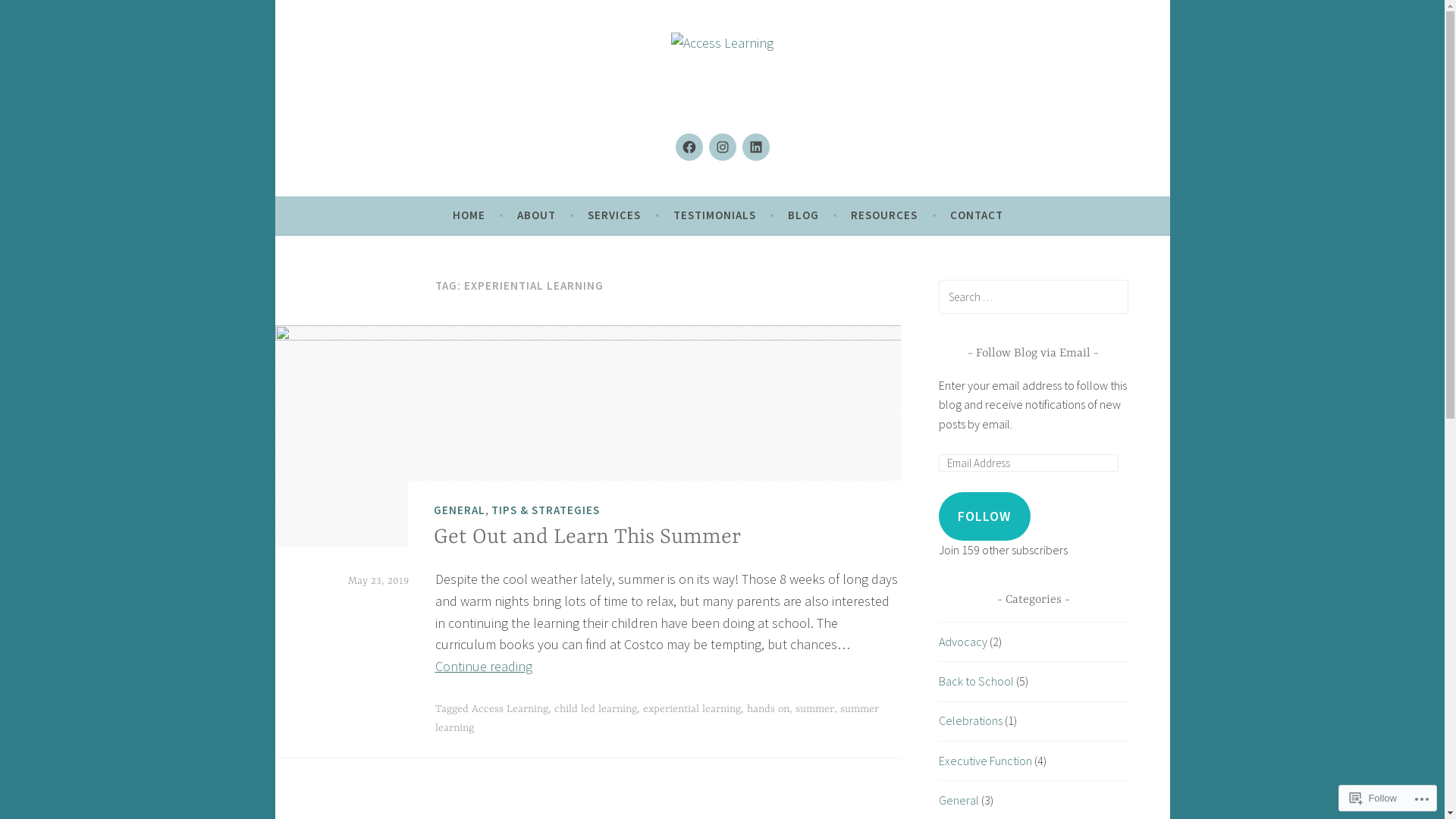 The height and width of the screenshot is (819, 1456). I want to click on 'May 23, 2019', so click(378, 580).